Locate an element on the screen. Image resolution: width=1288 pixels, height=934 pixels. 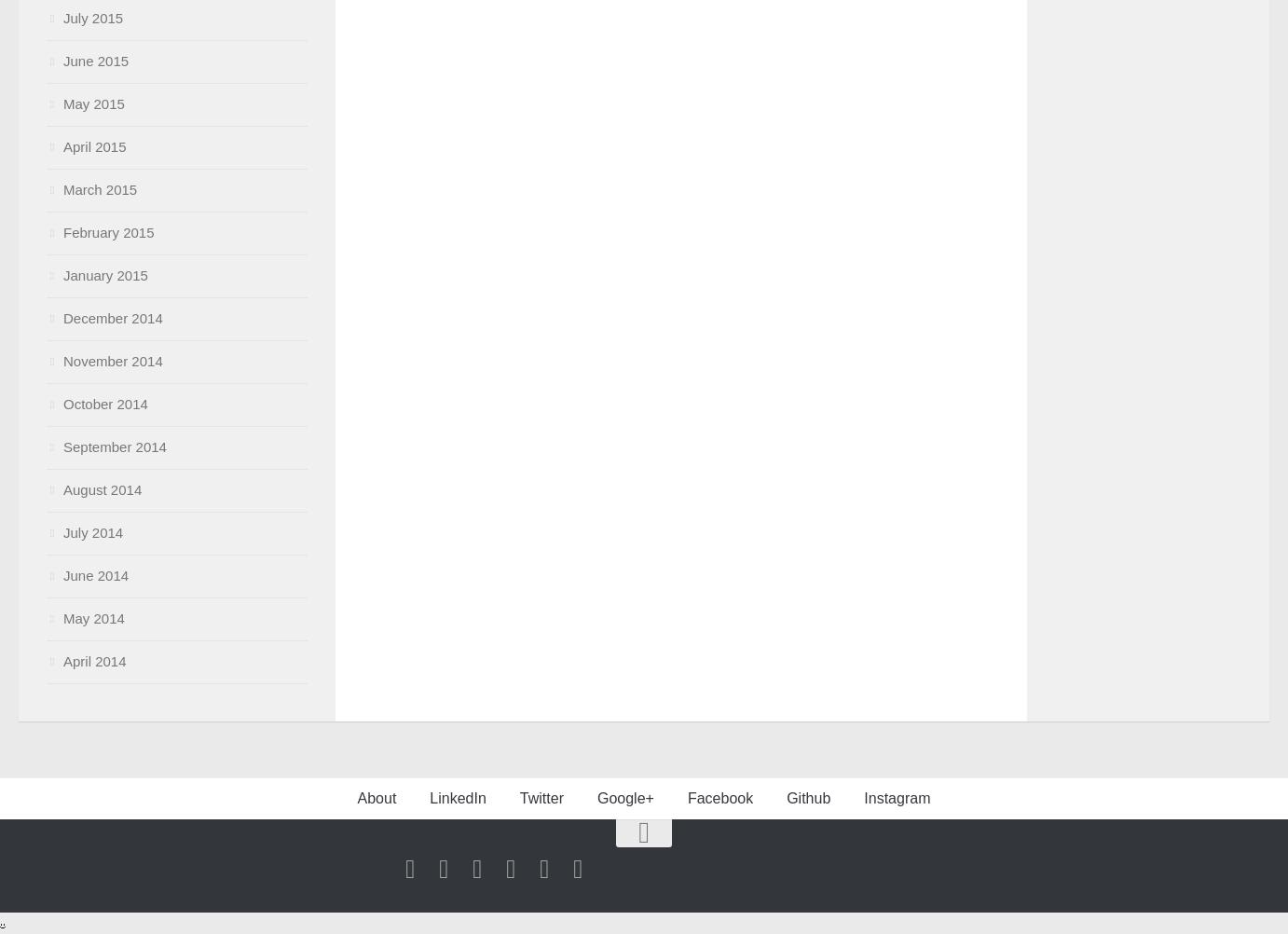
'July 2014' is located at coordinates (93, 532).